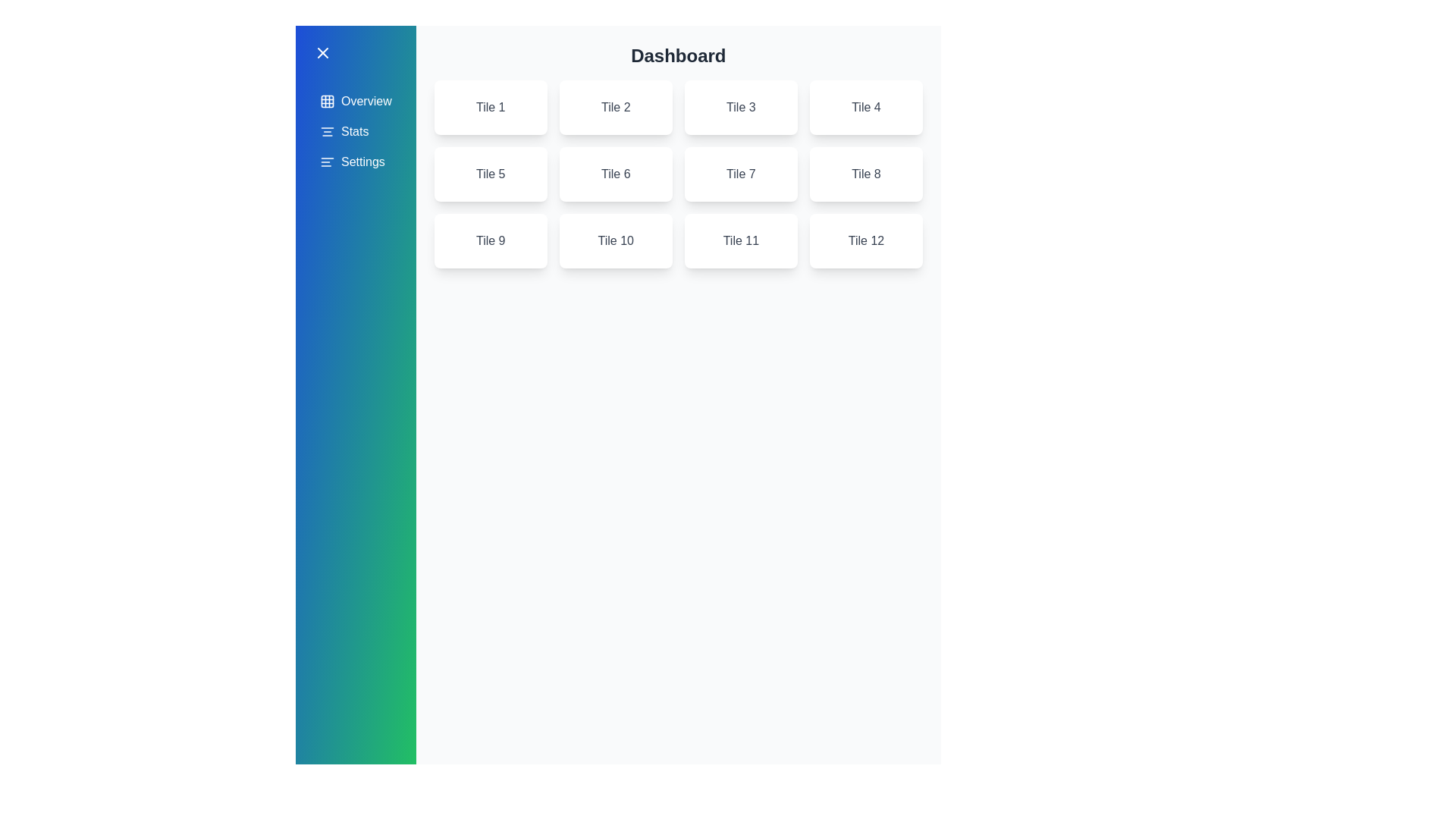 Image resolution: width=1456 pixels, height=819 pixels. What do you see at coordinates (355, 130) in the screenshot?
I see `the menu item Stats to see the hover effect` at bounding box center [355, 130].